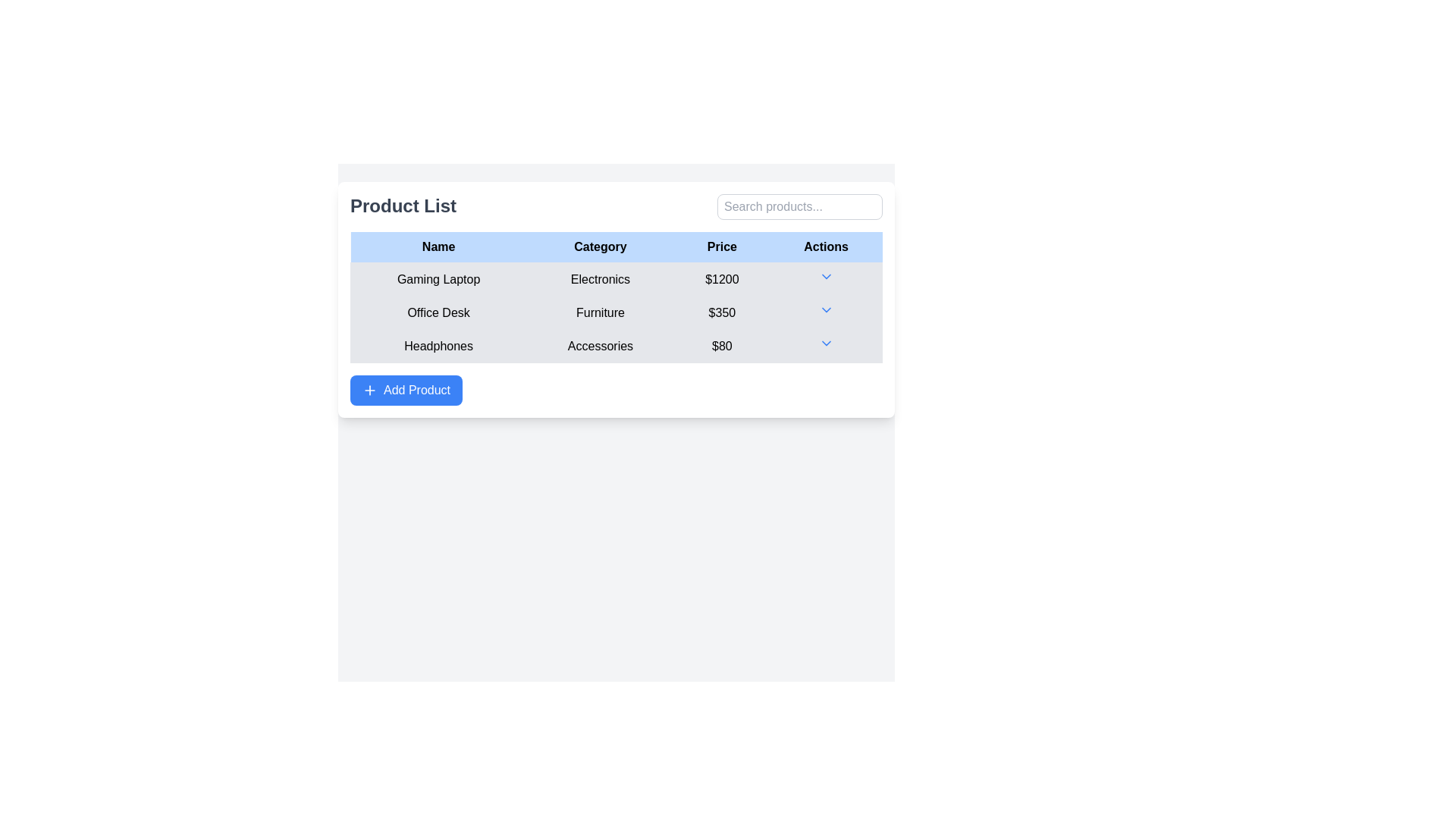  Describe the element at coordinates (600, 346) in the screenshot. I see `the static text box displaying 'Accessories' located in the second column of the third row of the product list table` at that location.